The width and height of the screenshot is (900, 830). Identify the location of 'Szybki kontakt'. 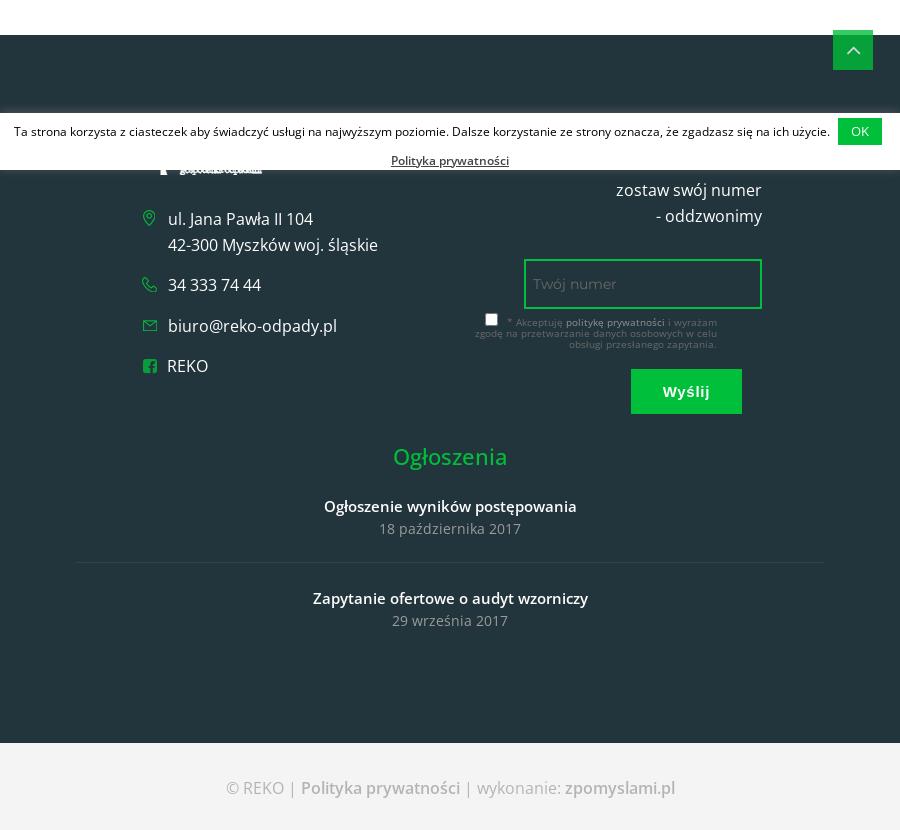
(682, 141).